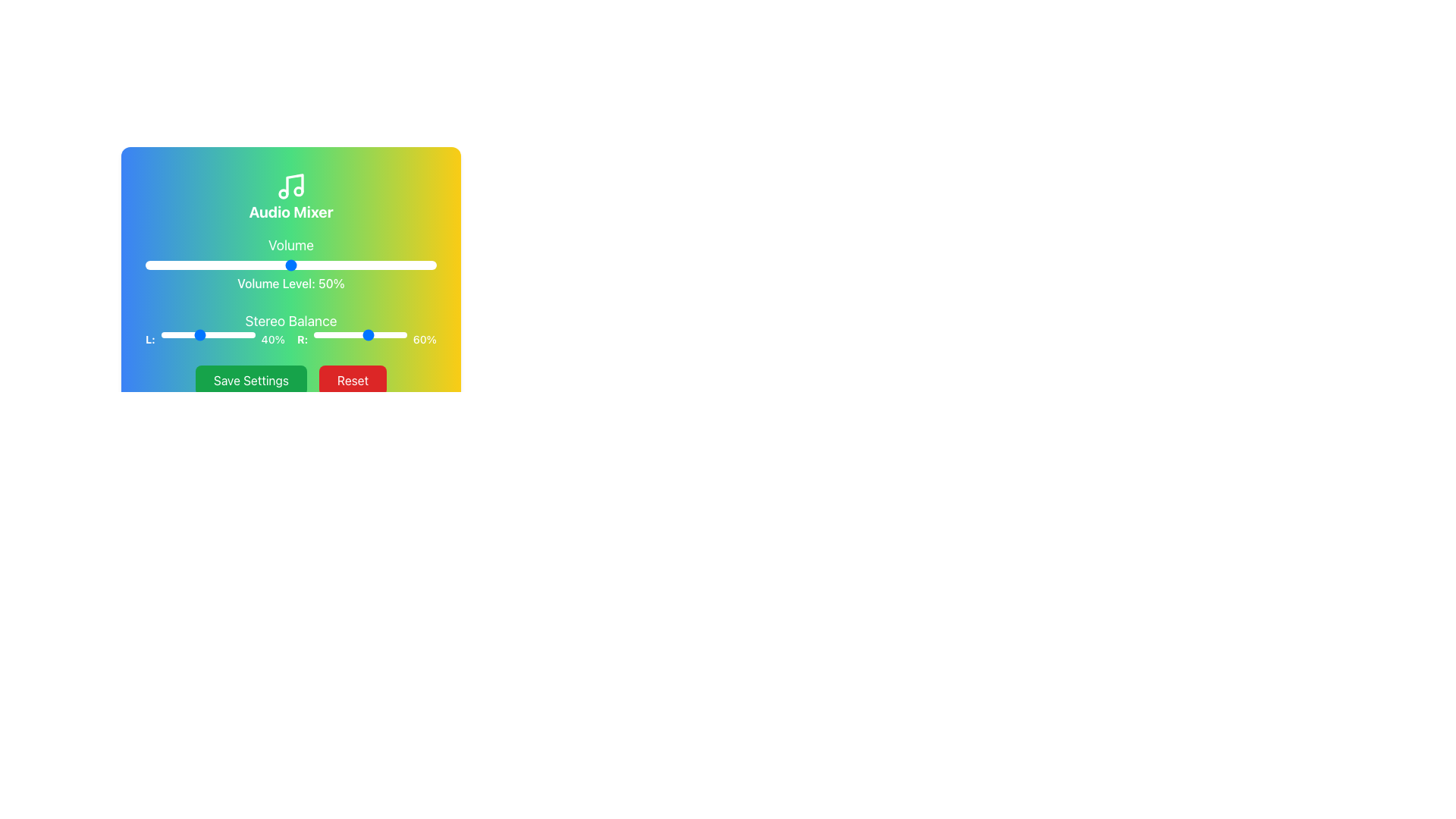 The height and width of the screenshot is (819, 1456). What do you see at coordinates (291, 284) in the screenshot?
I see `the text label displaying 'Volume Level: 50%' that is centrally positioned below the volume slider in the Volume section` at bounding box center [291, 284].